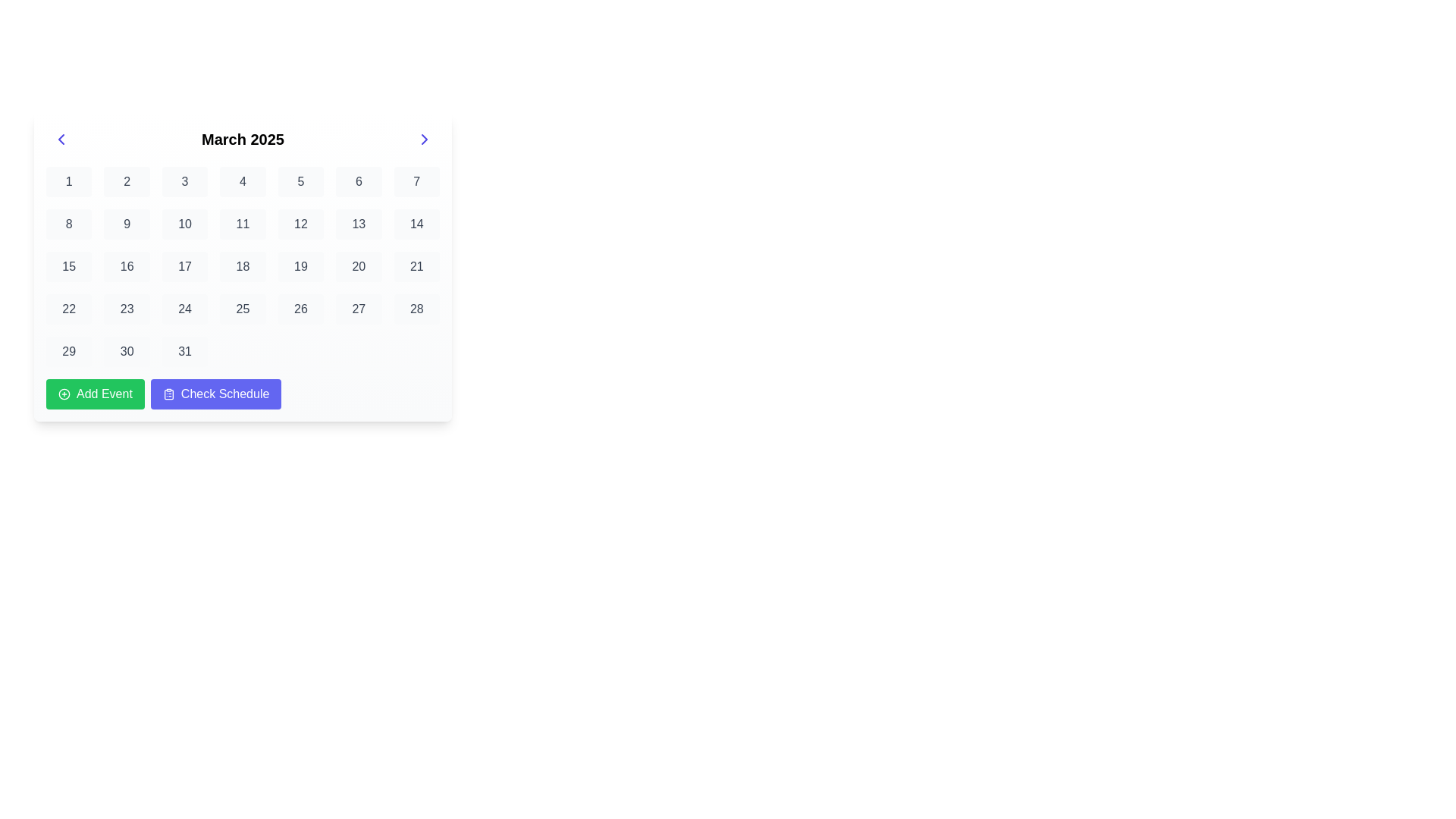 The height and width of the screenshot is (819, 1456). Describe the element at coordinates (416, 180) in the screenshot. I see `the text-based UI element representing the number '7' in the March 2025 calendar grid, located at the center of the bounding box` at that location.